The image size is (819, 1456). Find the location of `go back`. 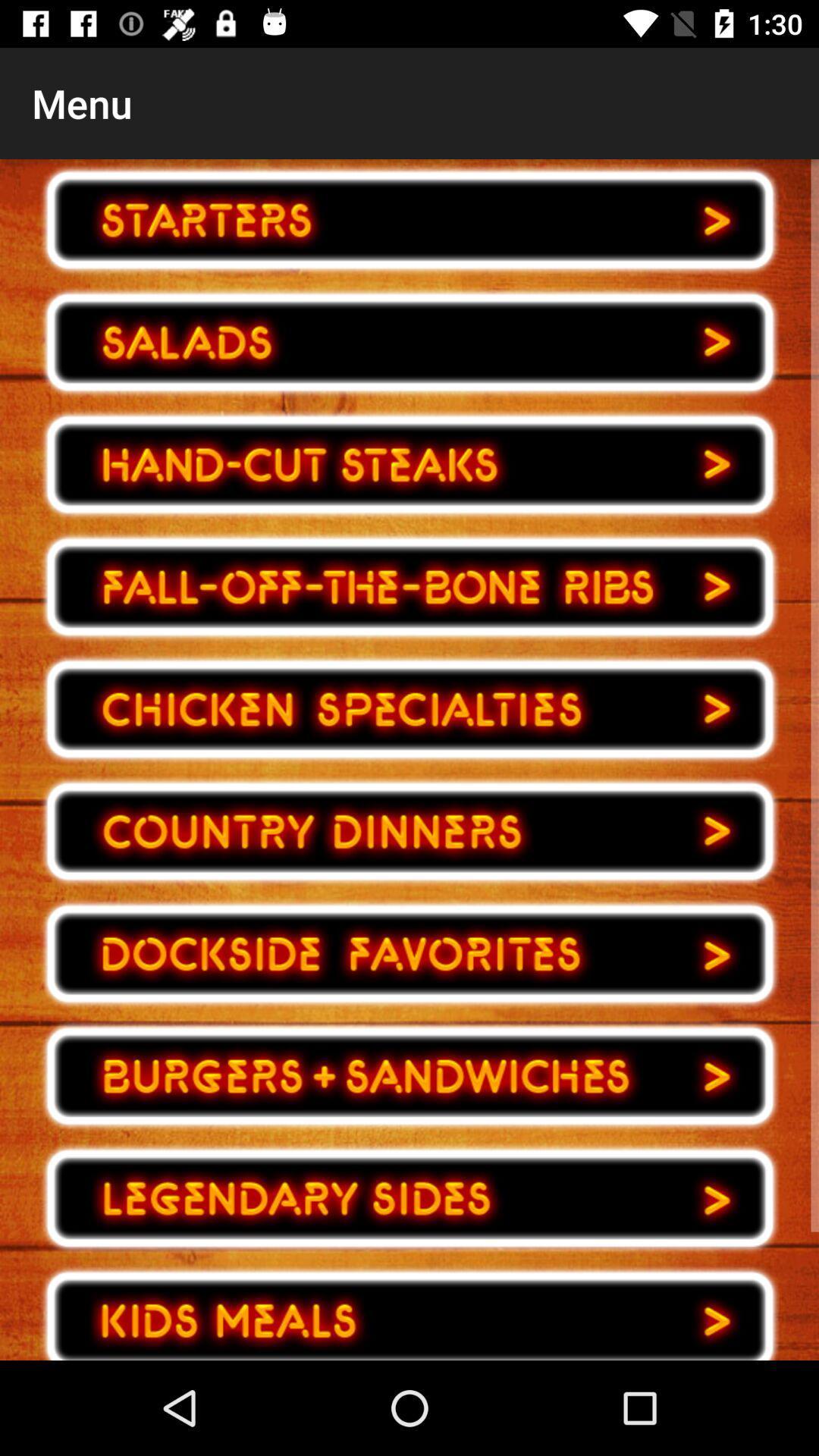

go back is located at coordinates (409, 1075).